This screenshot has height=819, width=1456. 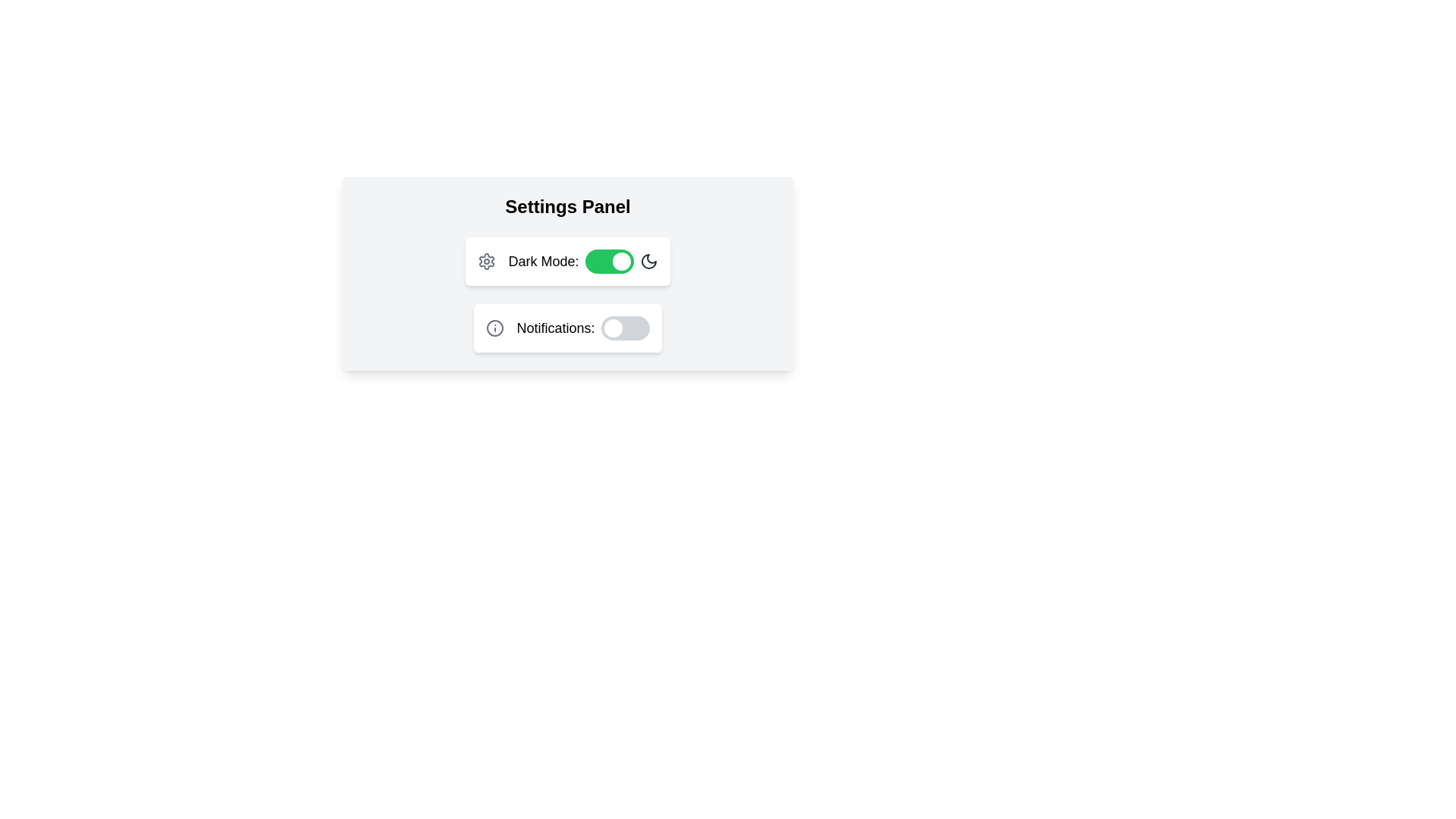 What do you see at coordinates (648, 260) in the screenshot?
I see `the moon icon styled in dark gray that is part of the 'Dark Mode:' setting, located to the right of the green toggle switch` at bounding box center [648, 260].